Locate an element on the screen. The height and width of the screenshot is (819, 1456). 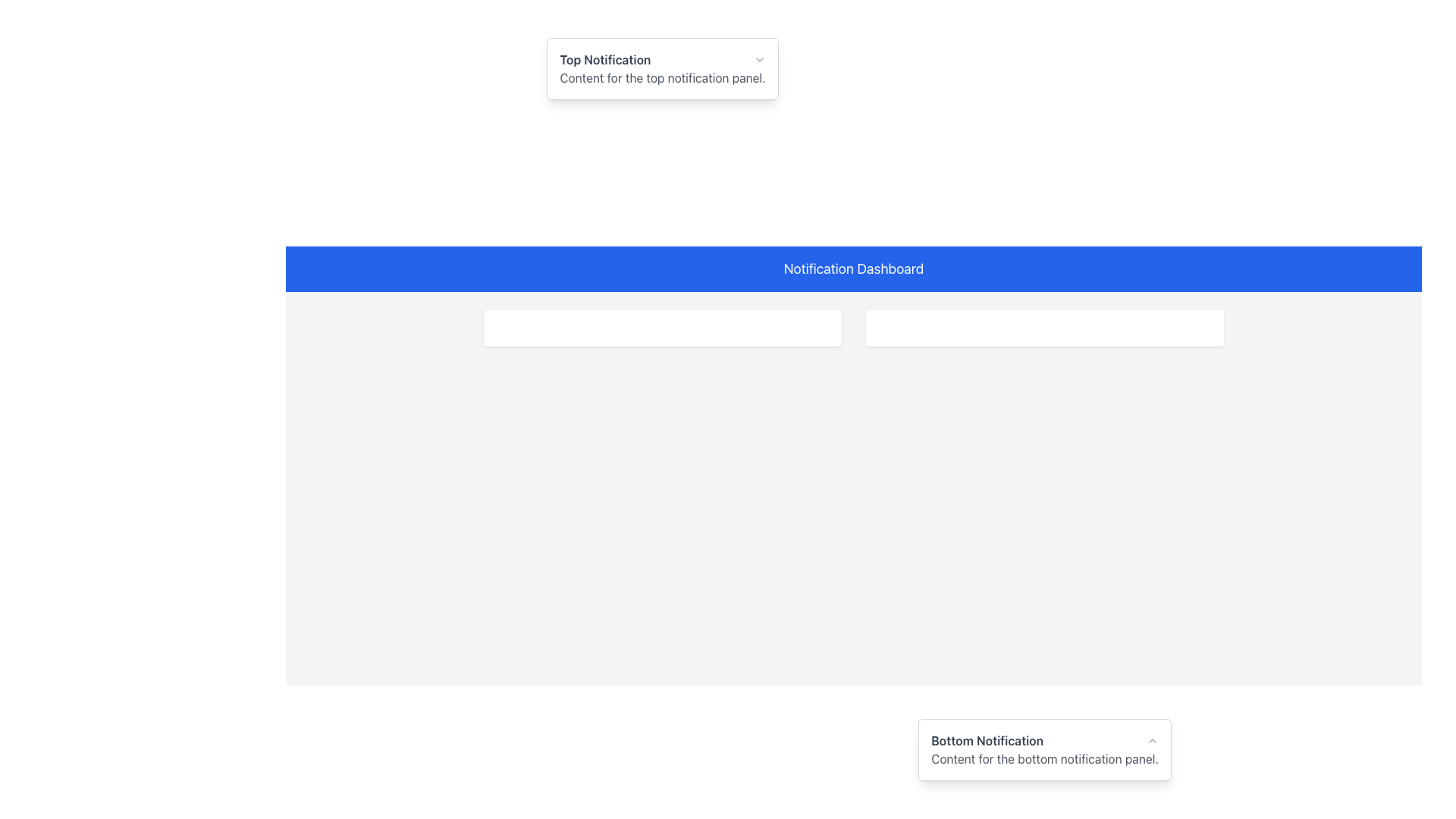
the caret icon on the Notification Panel located at the bottom-right corner of the interface is located at coordinates (1043, 748).